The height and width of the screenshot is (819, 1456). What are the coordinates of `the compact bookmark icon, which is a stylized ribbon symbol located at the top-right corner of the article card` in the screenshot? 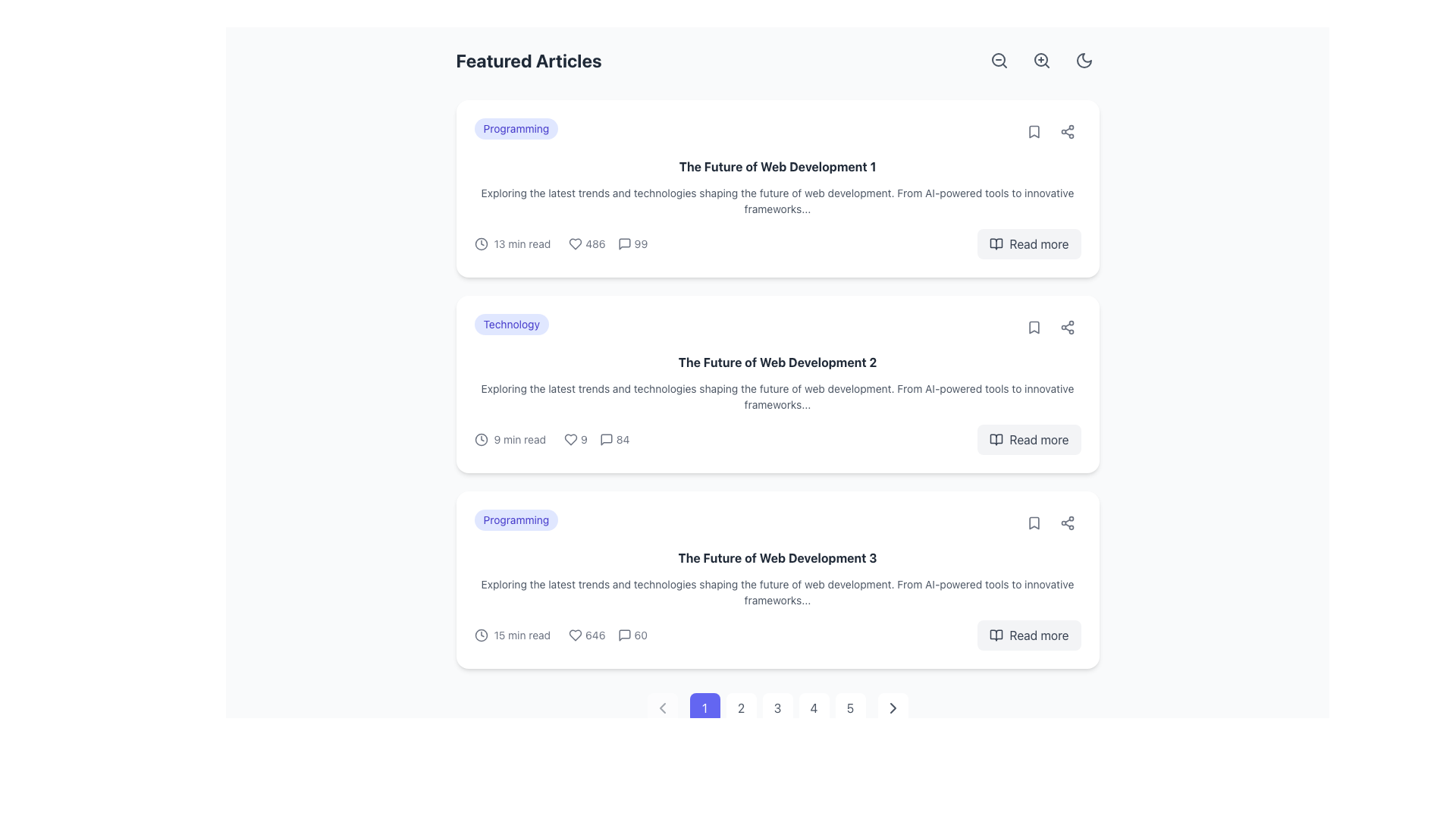 It's located at (1033, 522).